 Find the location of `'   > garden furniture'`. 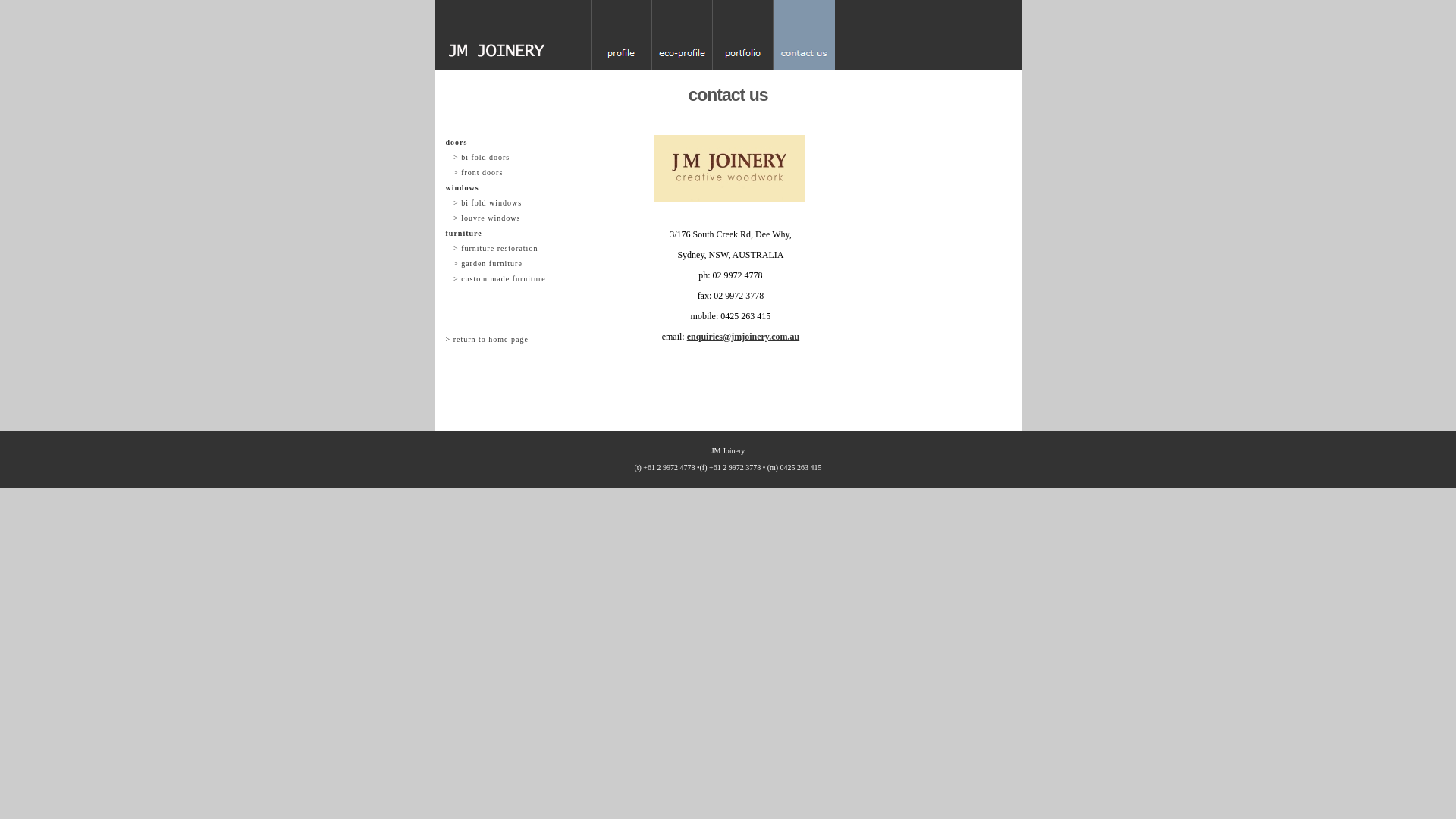

'   > garden furniture' is located at coordinates (506, 262).